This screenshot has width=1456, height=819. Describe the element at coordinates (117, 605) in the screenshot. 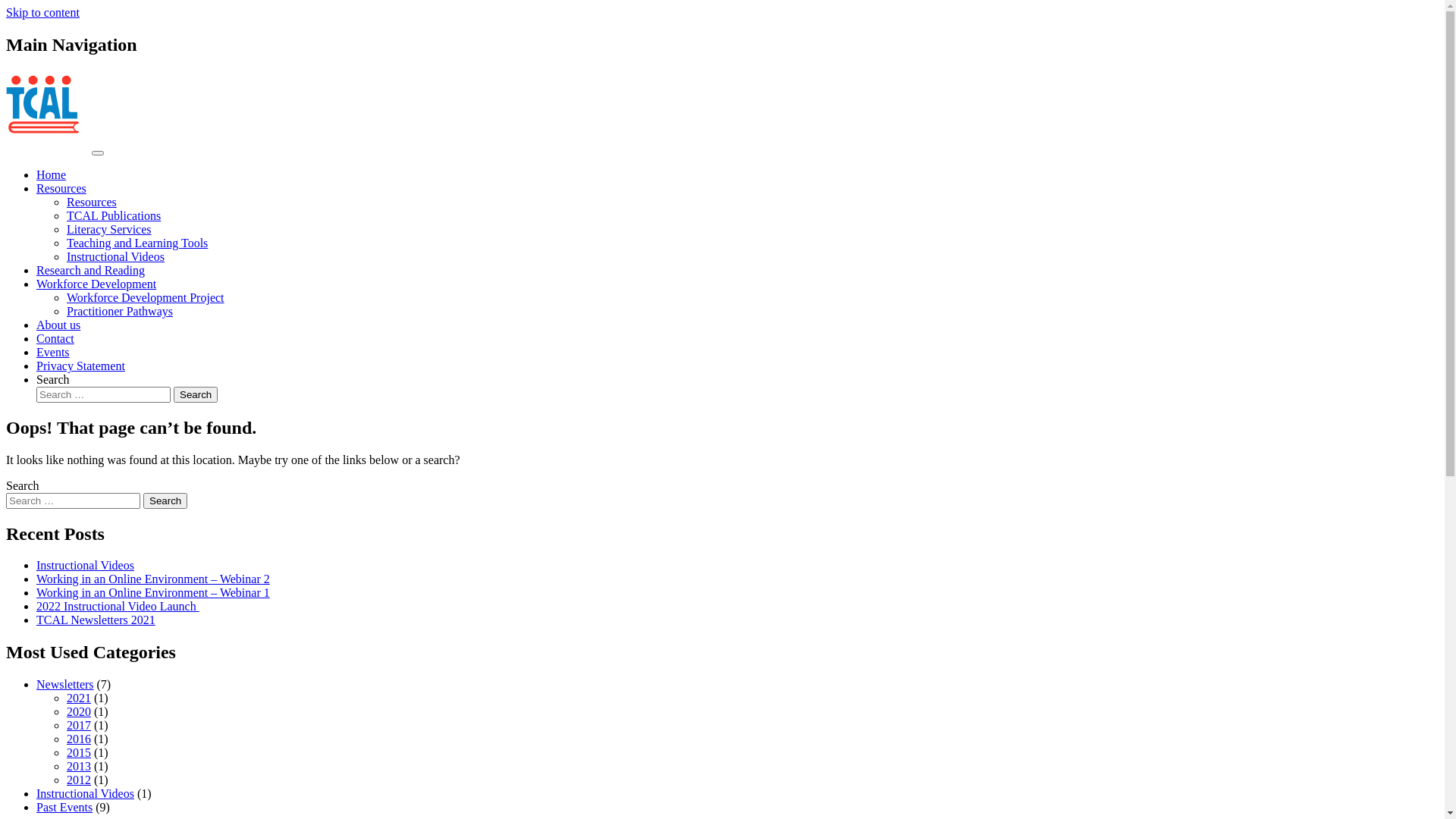

I see `'2022 Instructional Video Launch '` at that location.